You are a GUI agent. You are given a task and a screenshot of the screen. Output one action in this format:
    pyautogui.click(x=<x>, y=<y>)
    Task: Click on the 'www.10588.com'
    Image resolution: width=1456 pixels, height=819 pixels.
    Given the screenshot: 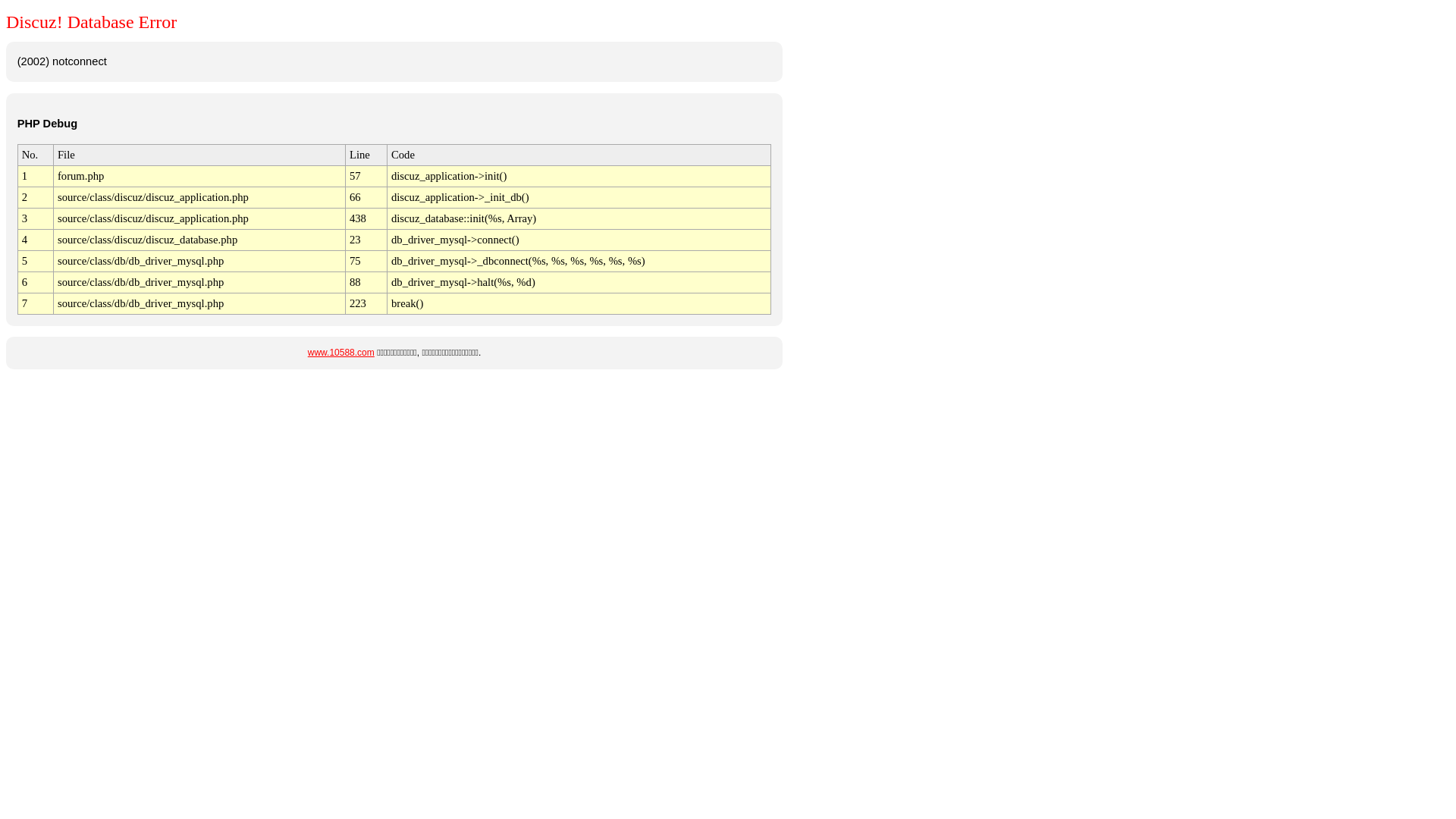 What is the action you would take?
    pyautogui.click(x=340, y=353)
    